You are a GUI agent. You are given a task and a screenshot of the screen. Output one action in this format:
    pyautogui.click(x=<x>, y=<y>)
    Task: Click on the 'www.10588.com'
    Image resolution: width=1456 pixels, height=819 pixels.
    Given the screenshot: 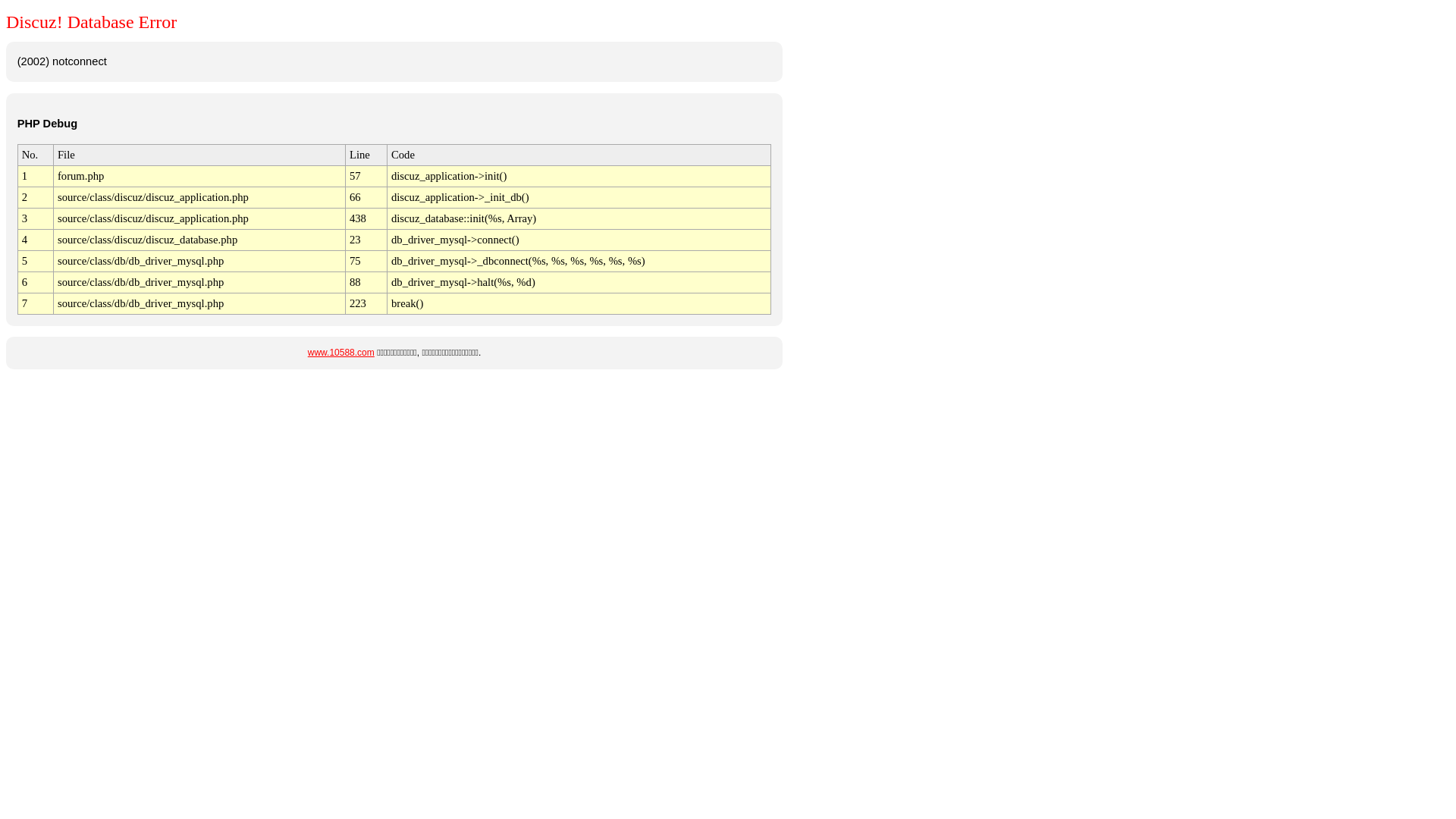 What is the action you would take?
    pyautogui.click(x=340, y=353)
    